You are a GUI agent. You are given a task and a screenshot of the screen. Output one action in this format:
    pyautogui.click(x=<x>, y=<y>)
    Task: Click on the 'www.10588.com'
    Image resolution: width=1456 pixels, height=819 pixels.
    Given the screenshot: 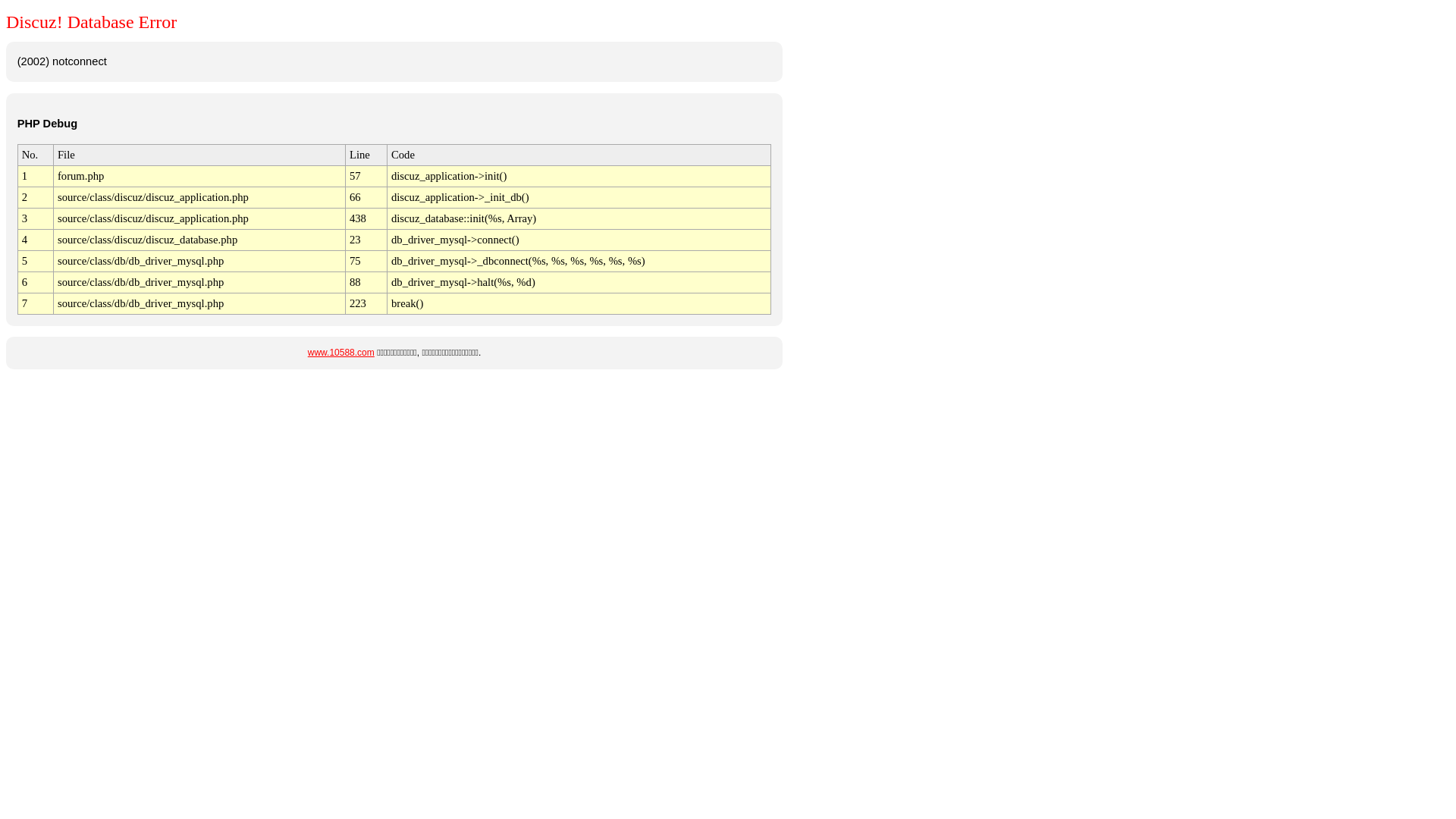 What is the action you would take?
    pyautogui.click(x=340, y=353)
    